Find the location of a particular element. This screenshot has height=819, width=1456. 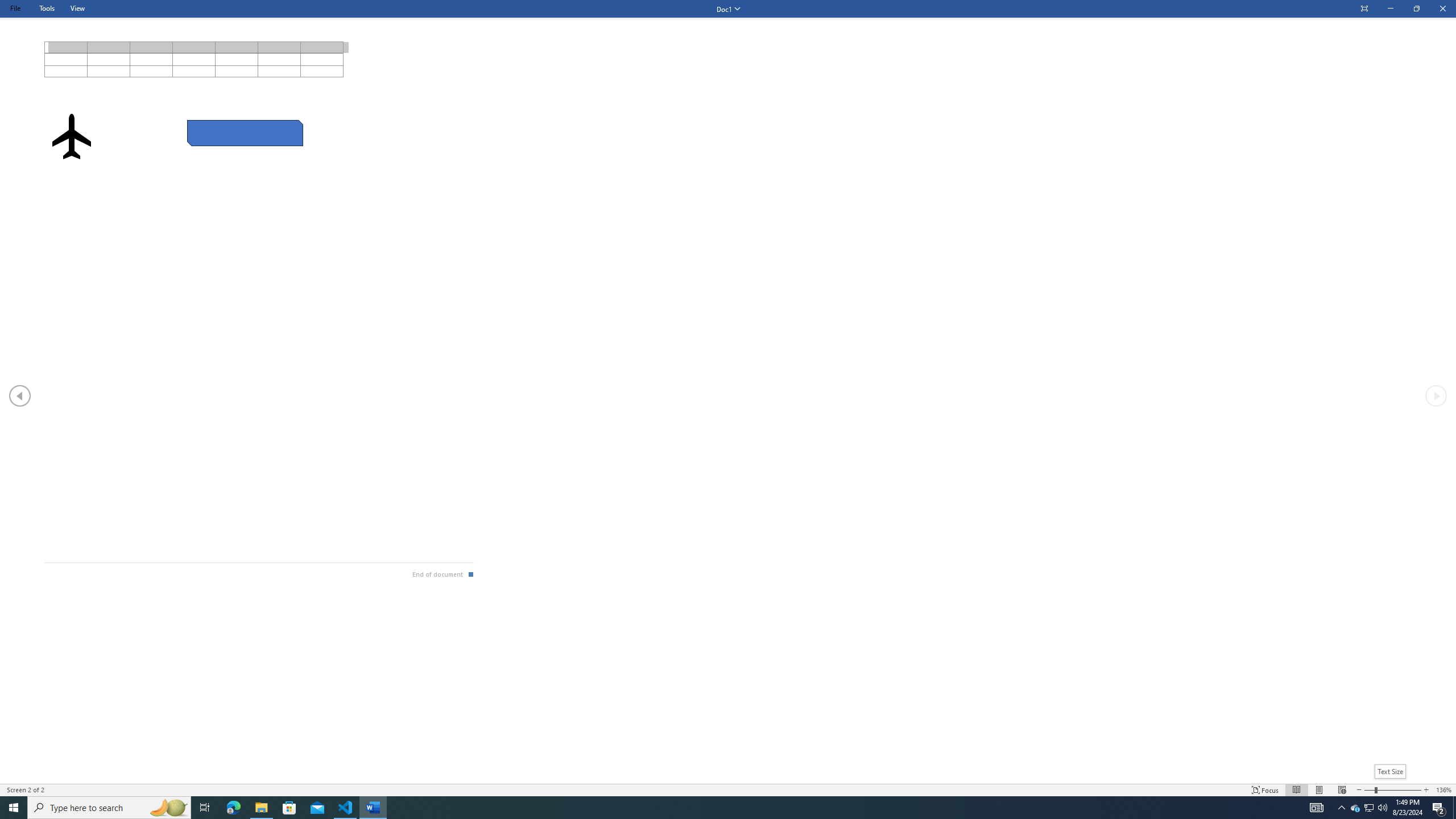

'Zoom Out' is located at coordinates (1368, 790).